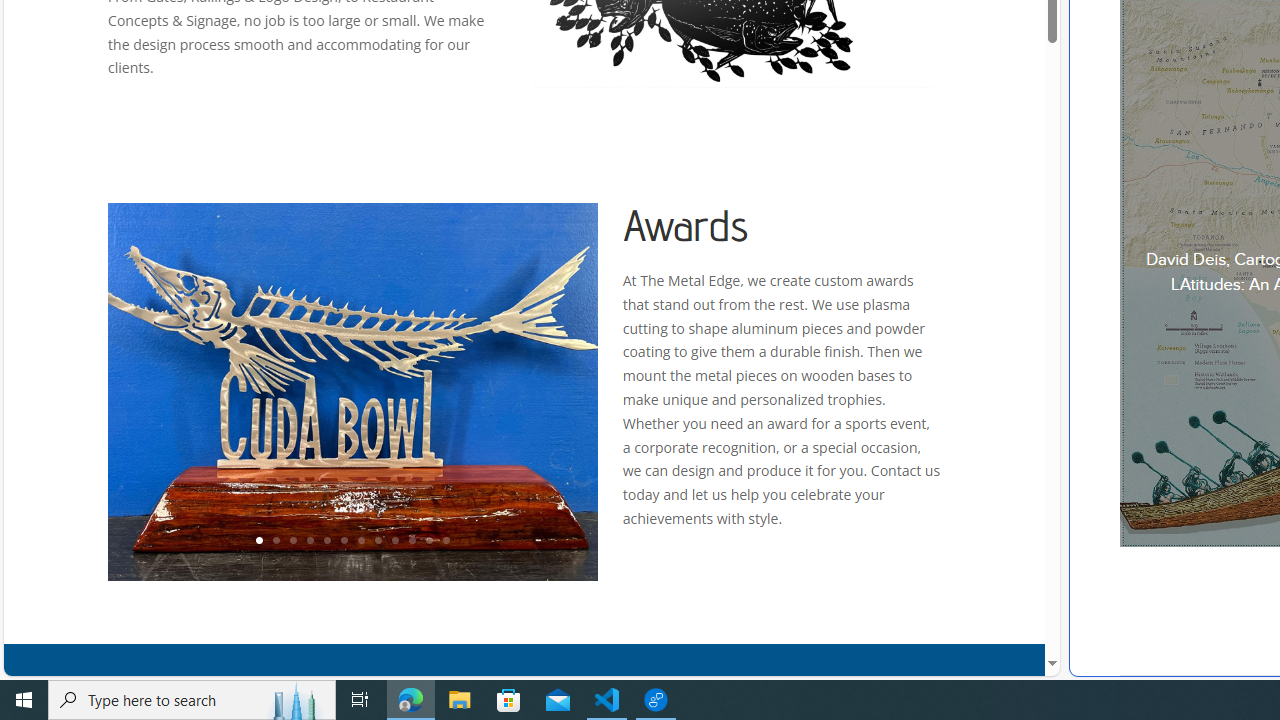  What do you see at coordinates (327, 541) in the screenshot?
I see `'5'` at bounding box center [327, 541].